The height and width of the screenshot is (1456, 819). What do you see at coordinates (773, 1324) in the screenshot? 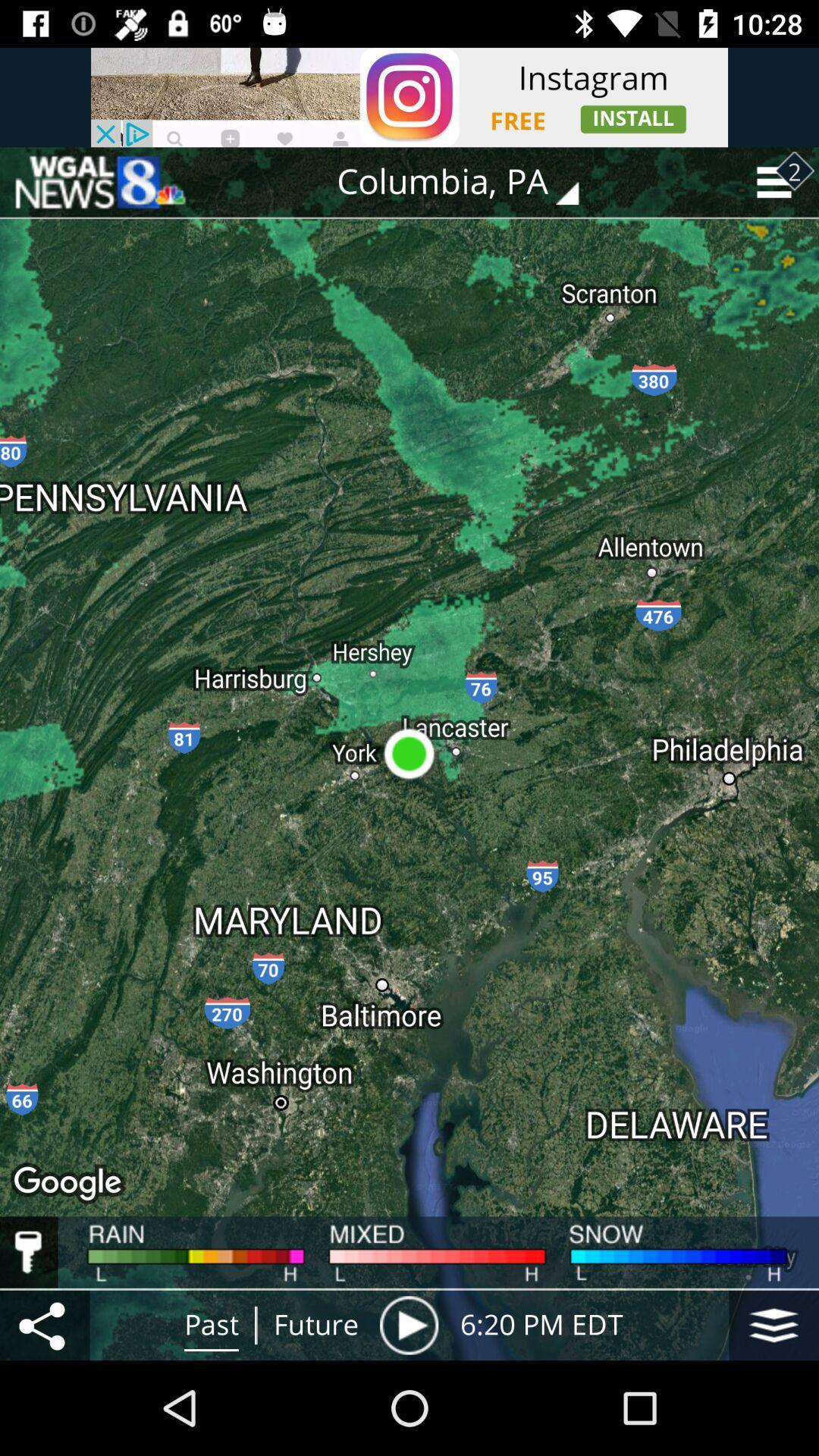
I see `change terrains` at bounding box center [773, 1324].